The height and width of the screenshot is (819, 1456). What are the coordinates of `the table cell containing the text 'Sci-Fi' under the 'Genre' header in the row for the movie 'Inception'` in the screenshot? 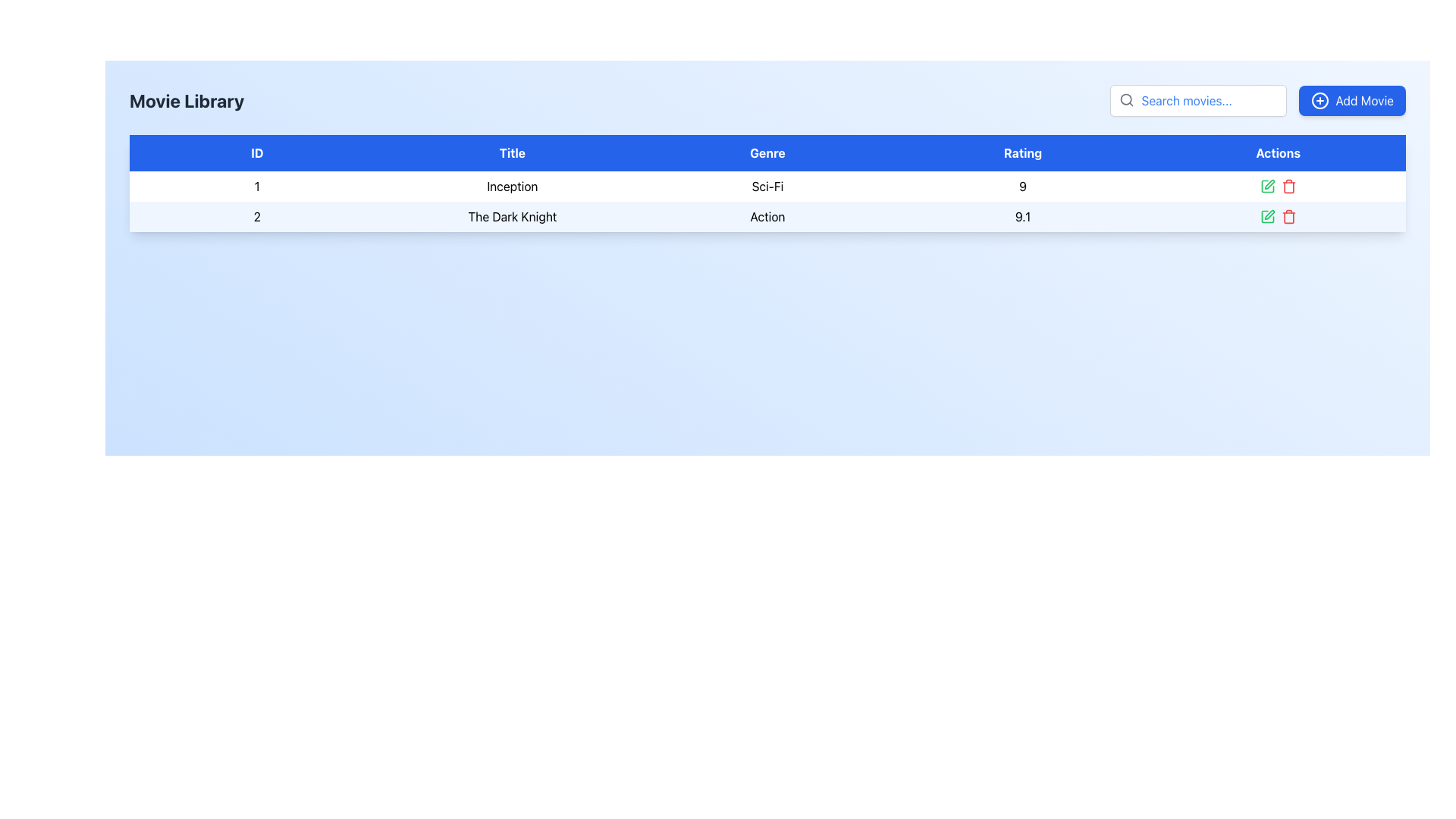 It's located at (767, 186).